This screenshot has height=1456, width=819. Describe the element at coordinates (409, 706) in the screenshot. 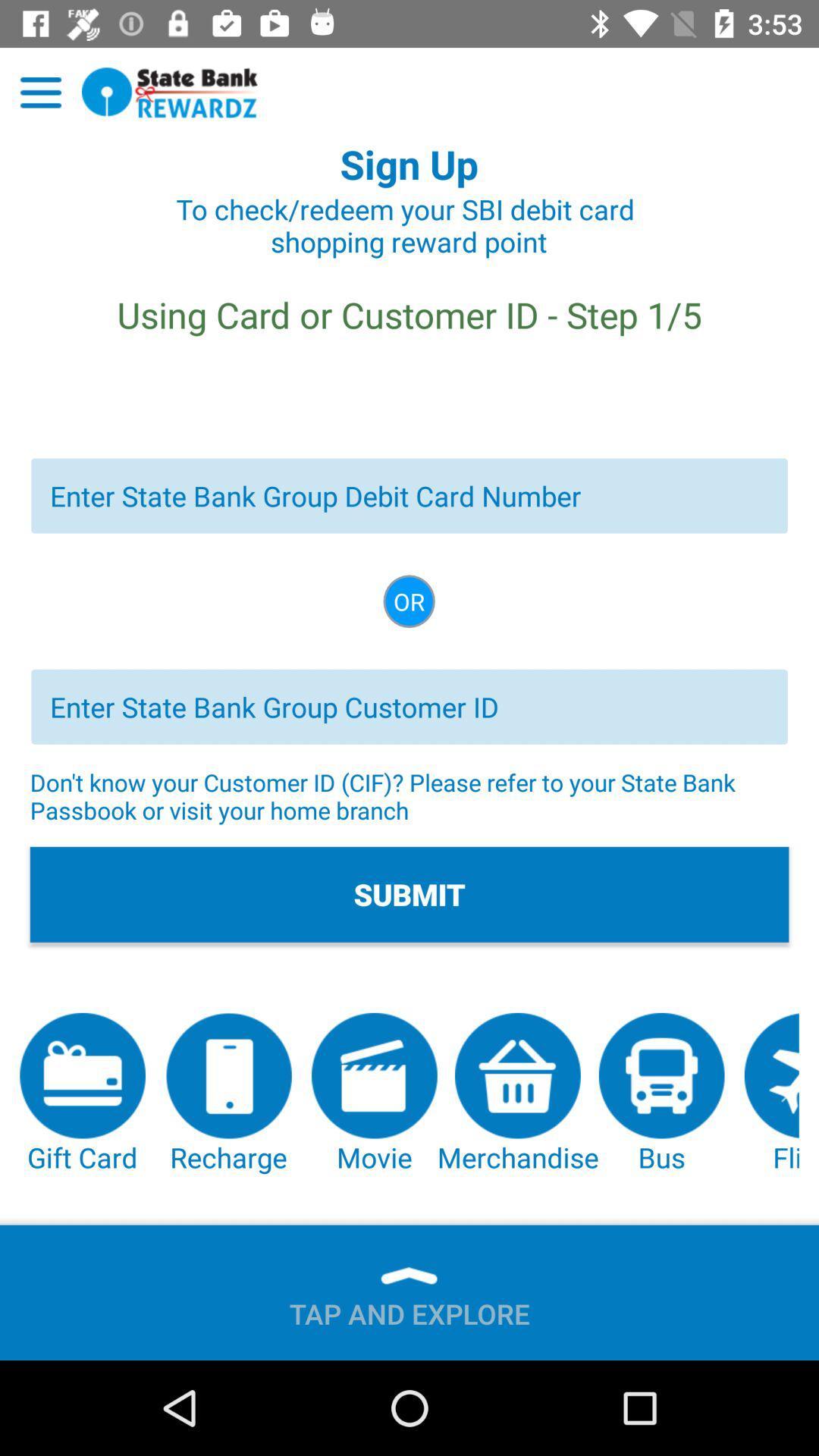

I see `id box` at that location.